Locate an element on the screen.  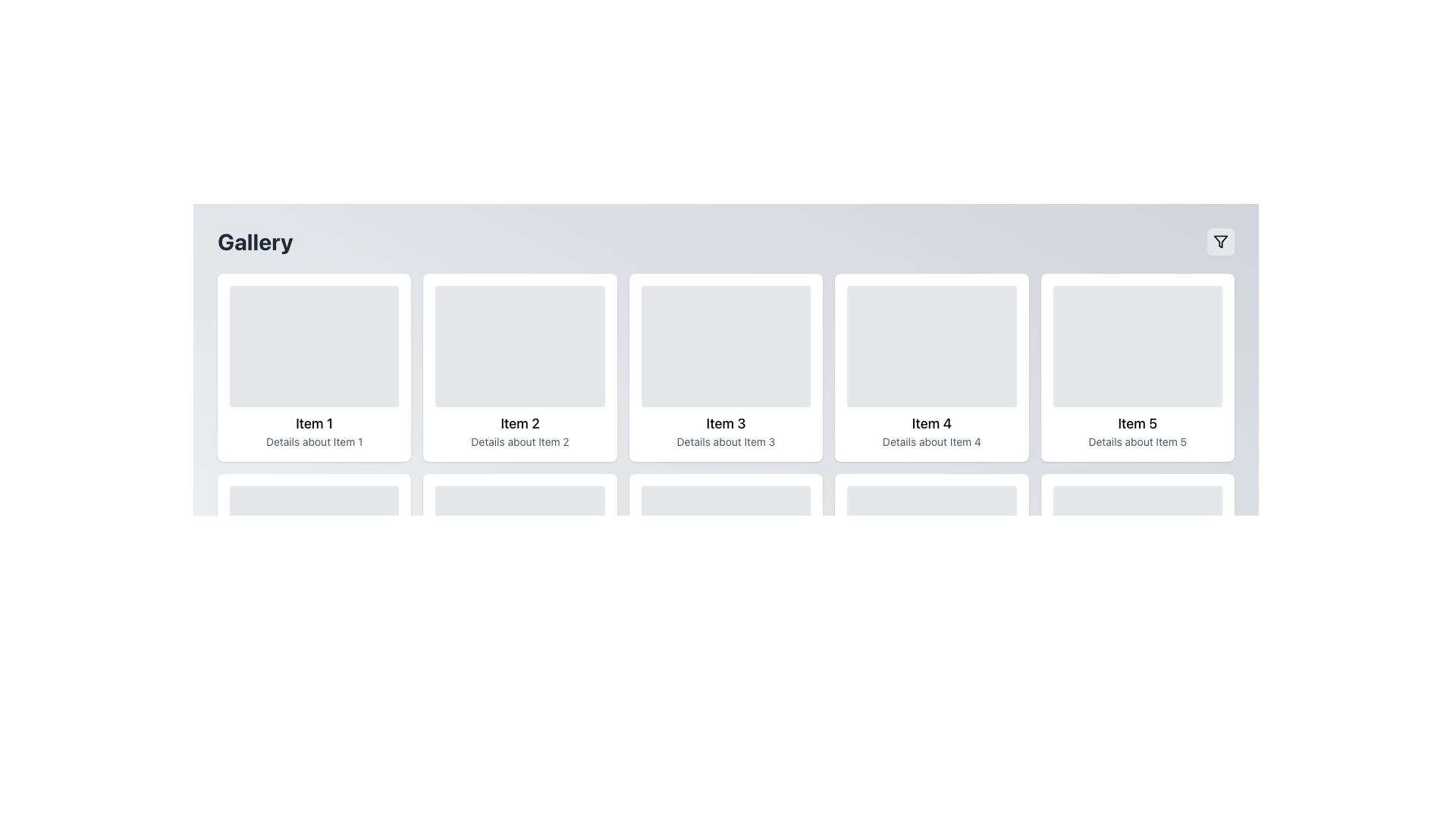
the second text label in the gallery that provides a reference name for the associated item, positioned above the smaller text label 'Details about Item 2' is located at coordinates (520, 424).